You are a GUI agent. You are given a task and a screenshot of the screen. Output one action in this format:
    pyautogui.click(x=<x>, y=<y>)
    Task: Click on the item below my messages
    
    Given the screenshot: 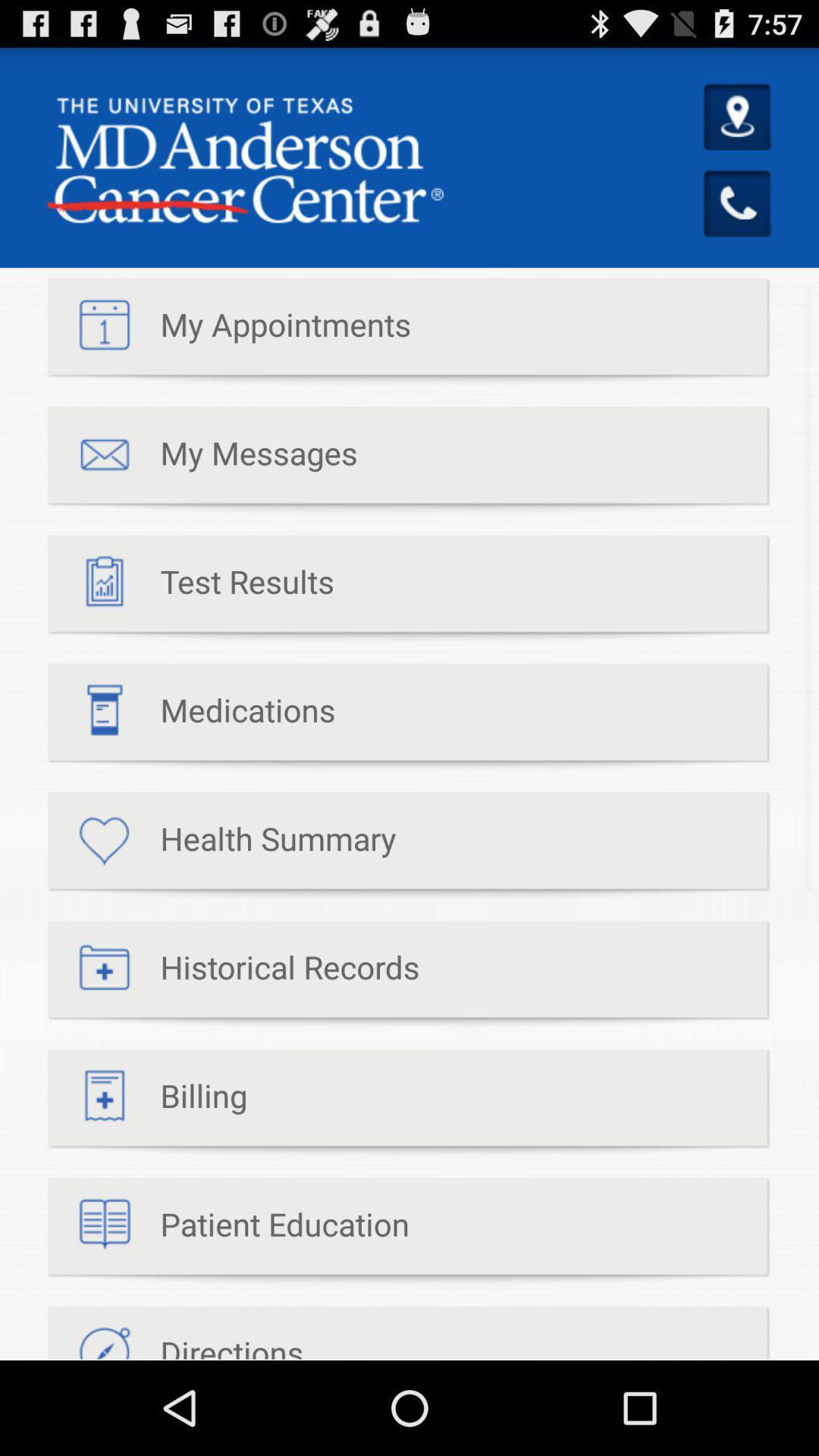 What is the action you would take?
    pyautogui.click(x=190, y=588)
    